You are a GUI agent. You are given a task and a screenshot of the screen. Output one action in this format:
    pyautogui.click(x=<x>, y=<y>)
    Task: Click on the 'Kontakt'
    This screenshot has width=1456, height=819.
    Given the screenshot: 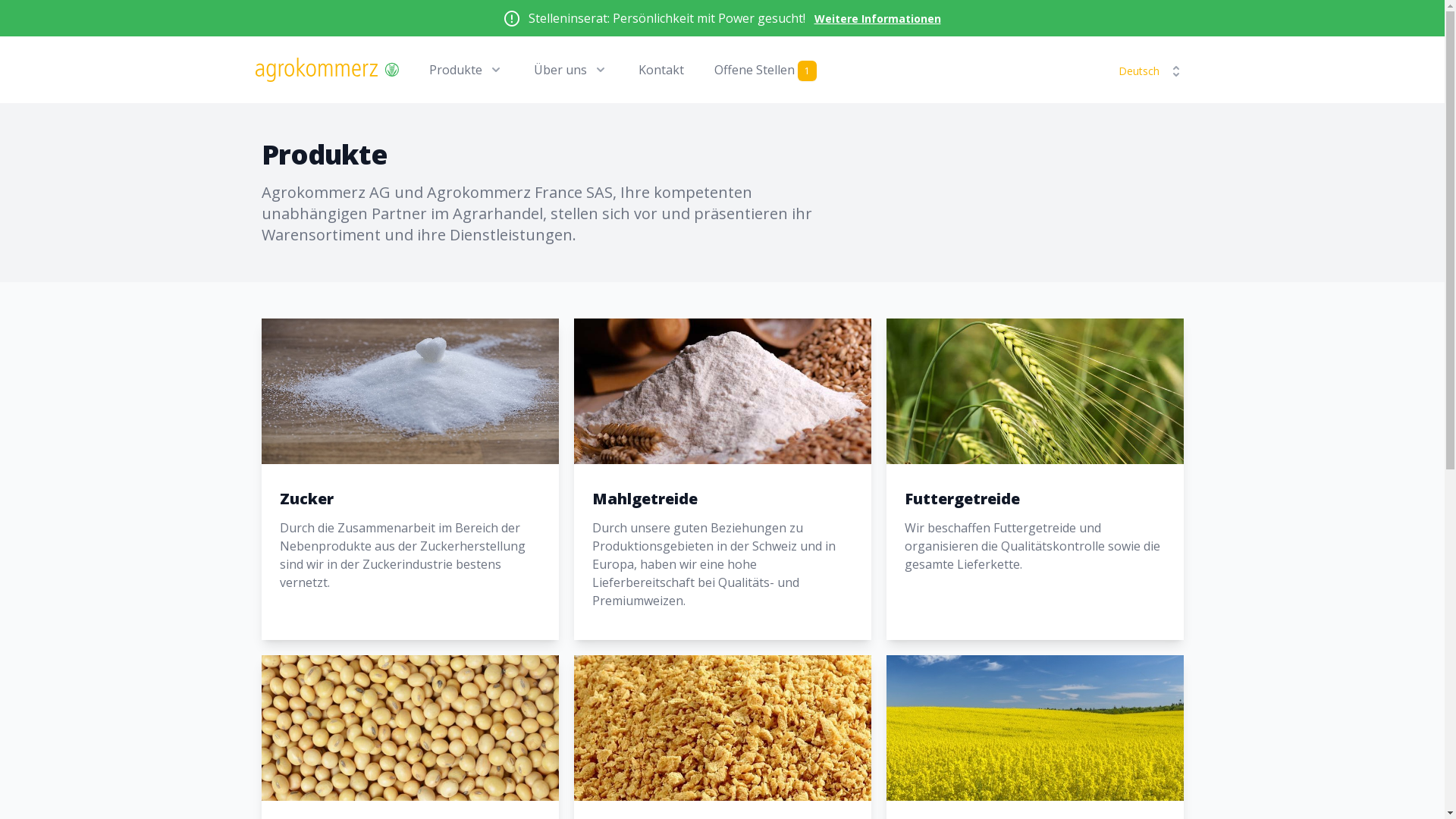 What is the action you would take?
    pyautogui.click(x=661, y=70)
    